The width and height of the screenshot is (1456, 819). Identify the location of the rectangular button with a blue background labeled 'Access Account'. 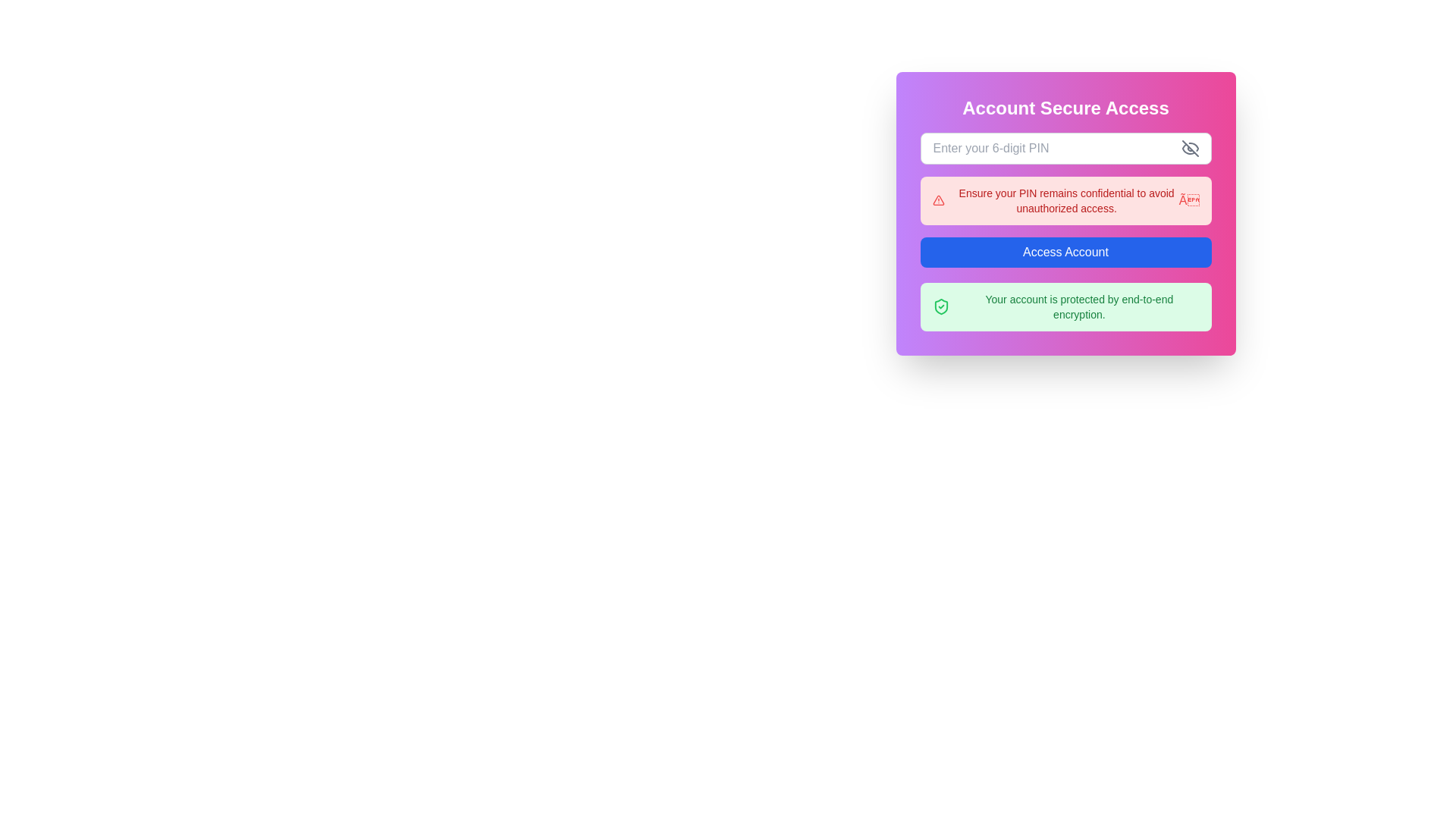
(1065, 251).